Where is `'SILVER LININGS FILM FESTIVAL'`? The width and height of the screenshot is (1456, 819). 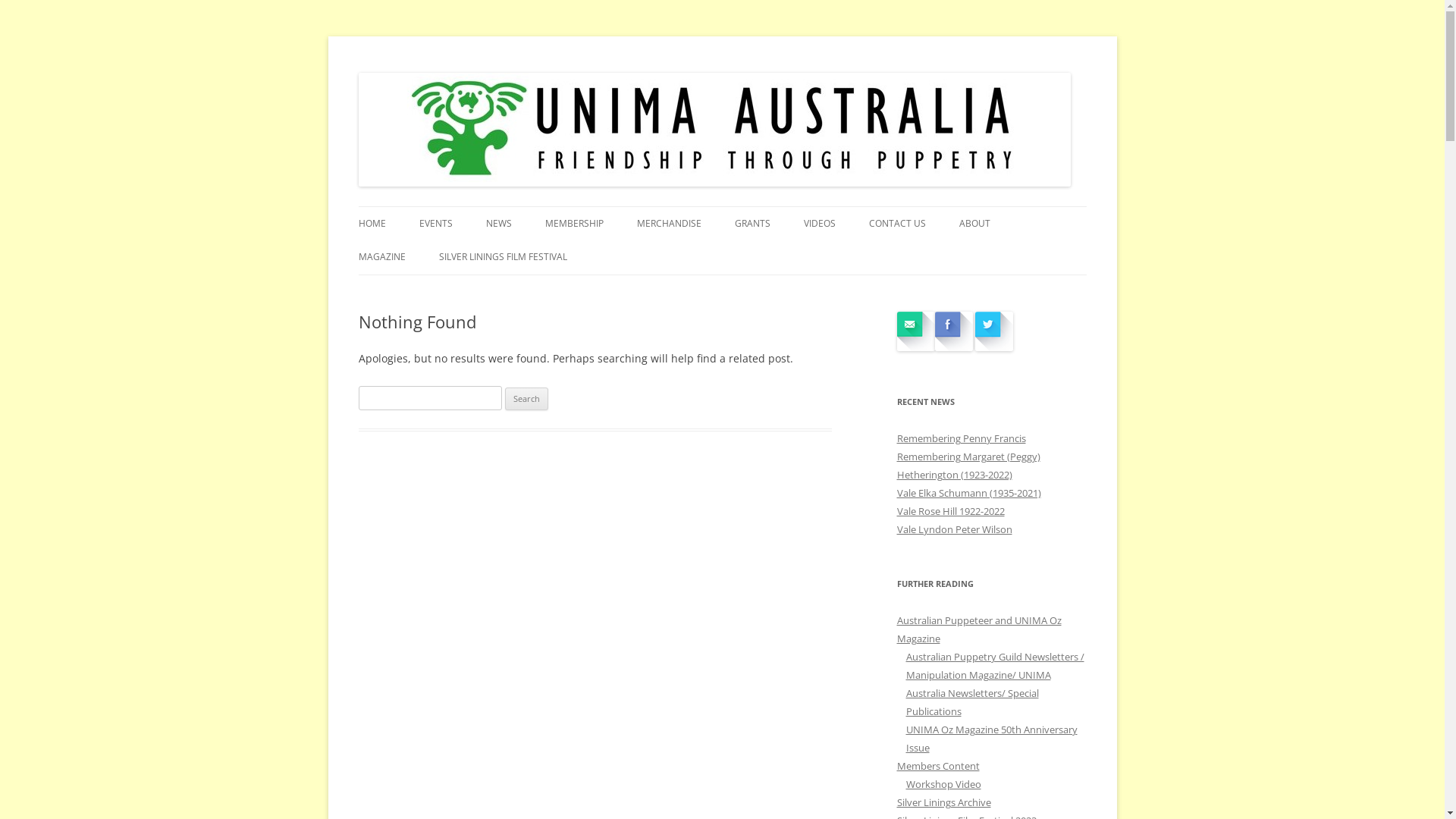 'SILVER LININGS FILM FESTIVAL' is located at coordinates (502, 256).